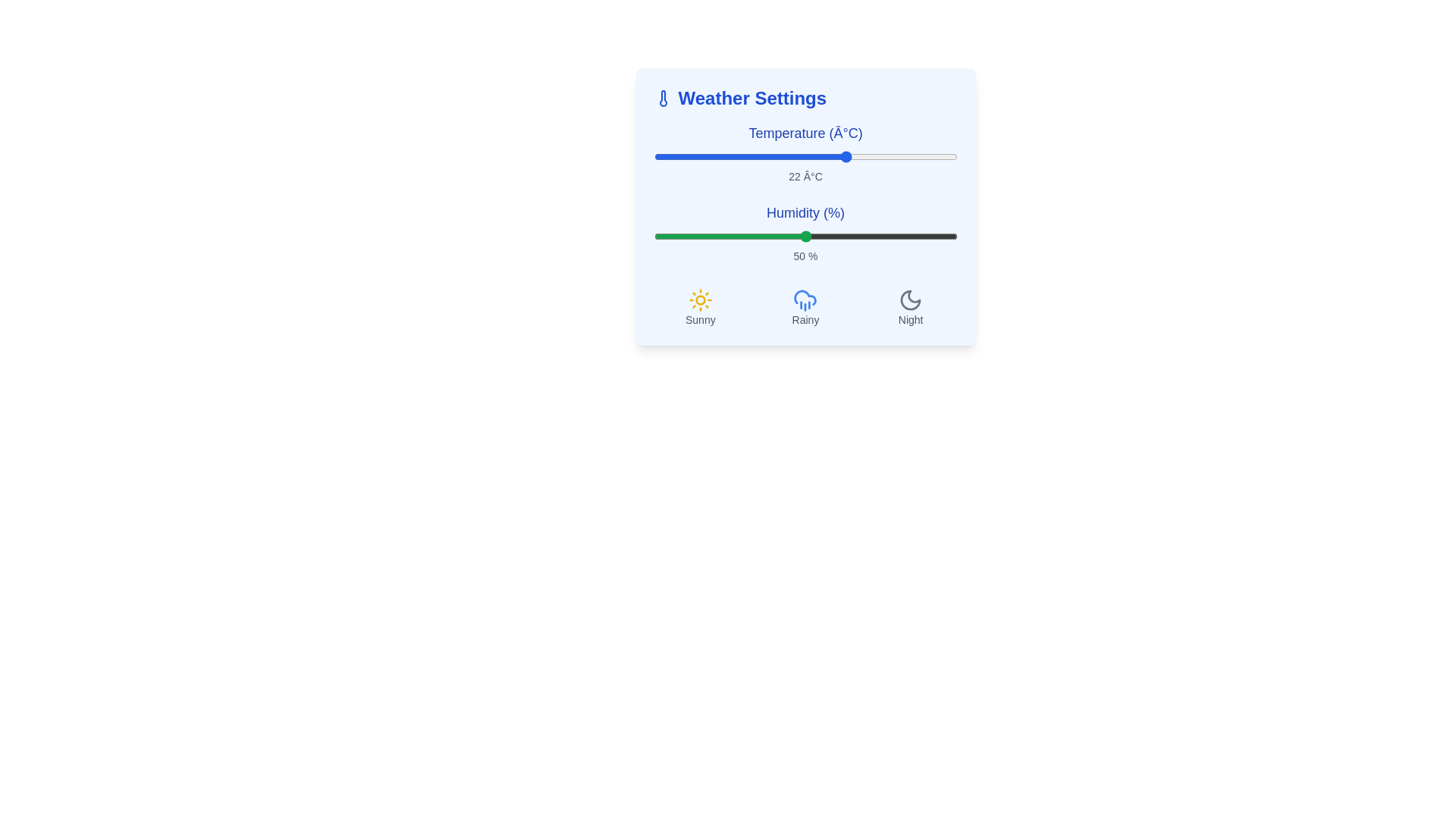 The width and height of the screenshot is (1456, 819). I want to click on the temperature, so click(823, 157).